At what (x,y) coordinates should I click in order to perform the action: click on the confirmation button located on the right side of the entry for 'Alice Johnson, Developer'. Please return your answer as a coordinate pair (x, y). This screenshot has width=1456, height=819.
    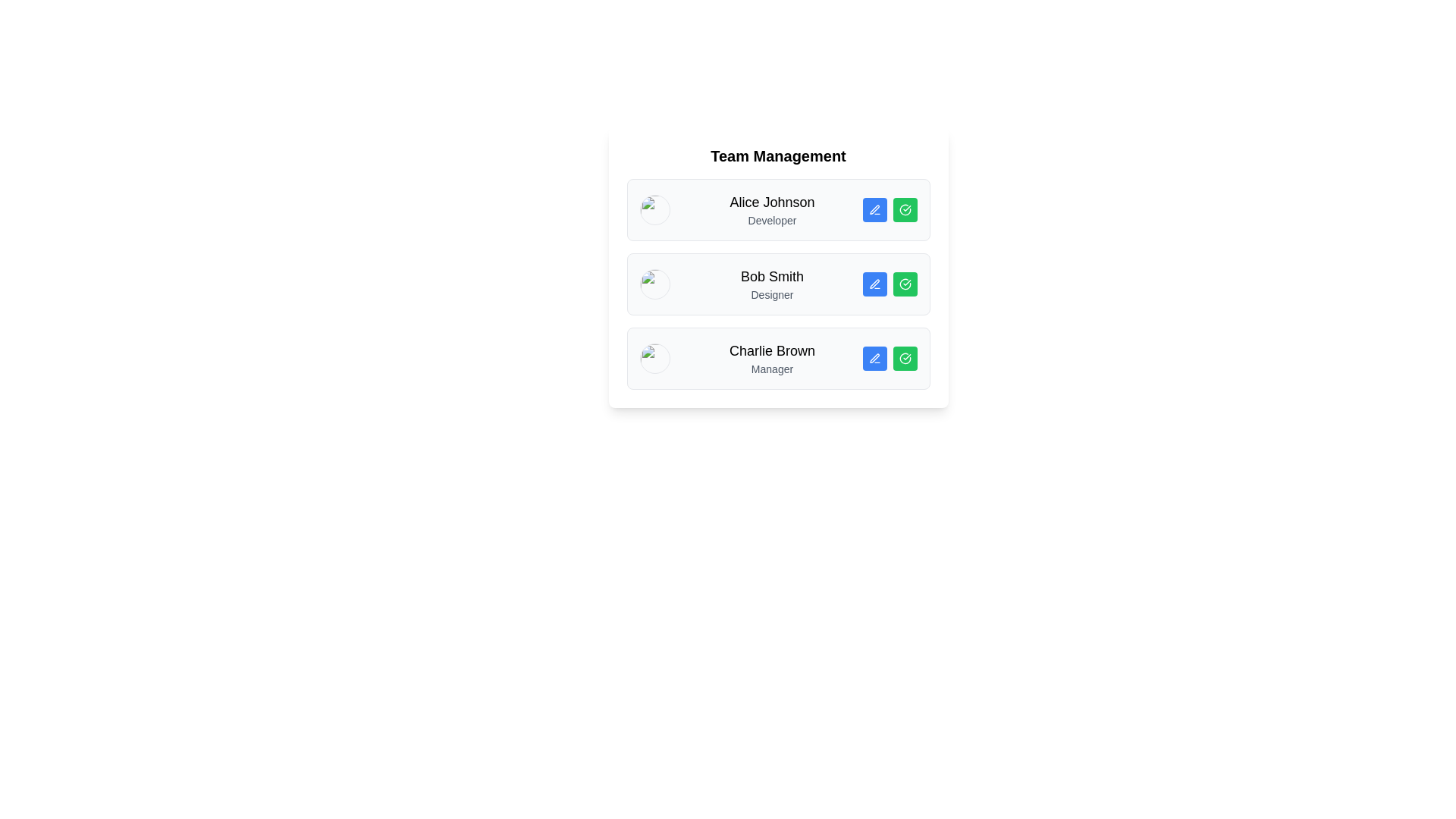
    Looking at the image, I should click on (905, 210).